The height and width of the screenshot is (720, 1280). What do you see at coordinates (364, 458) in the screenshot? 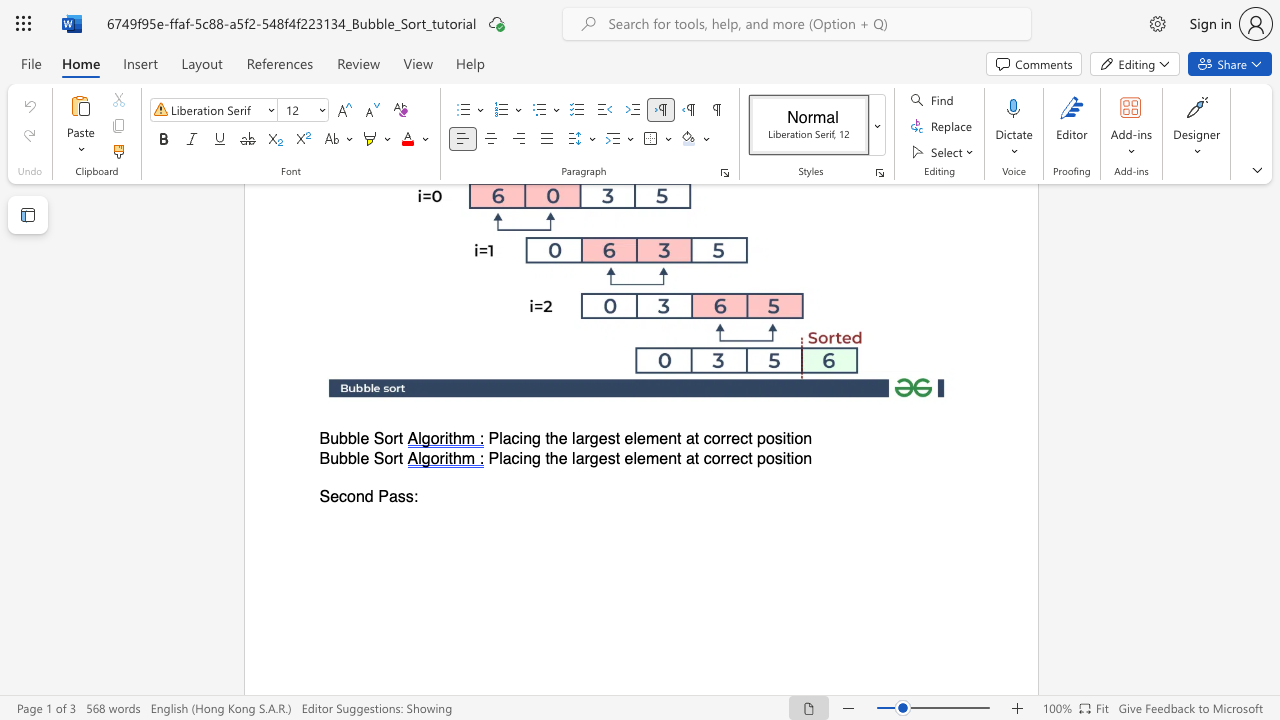
I see `the 1th character "e" in the text` at bounding box center [364, 458].